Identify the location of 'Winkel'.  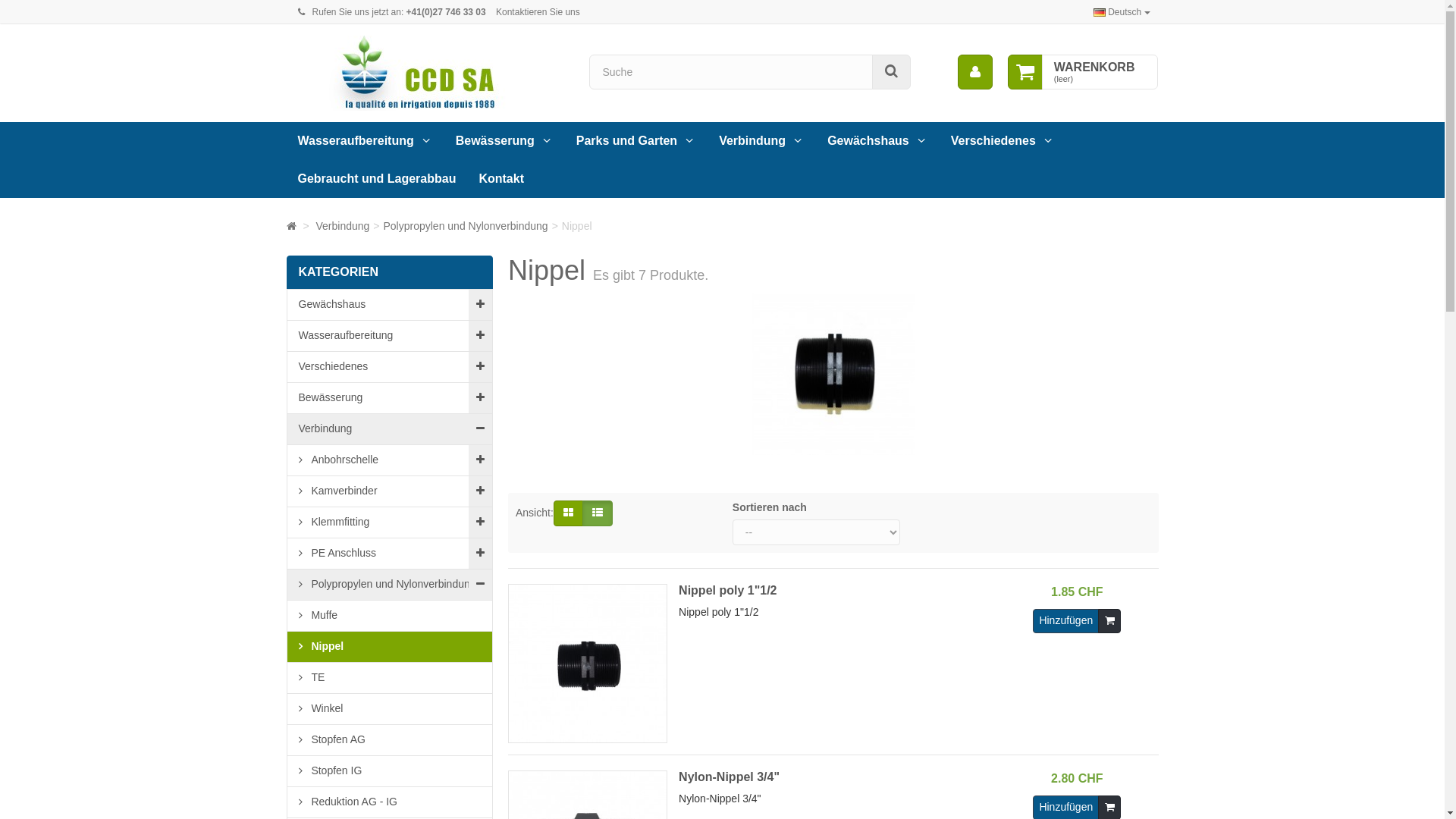
(287, 708).